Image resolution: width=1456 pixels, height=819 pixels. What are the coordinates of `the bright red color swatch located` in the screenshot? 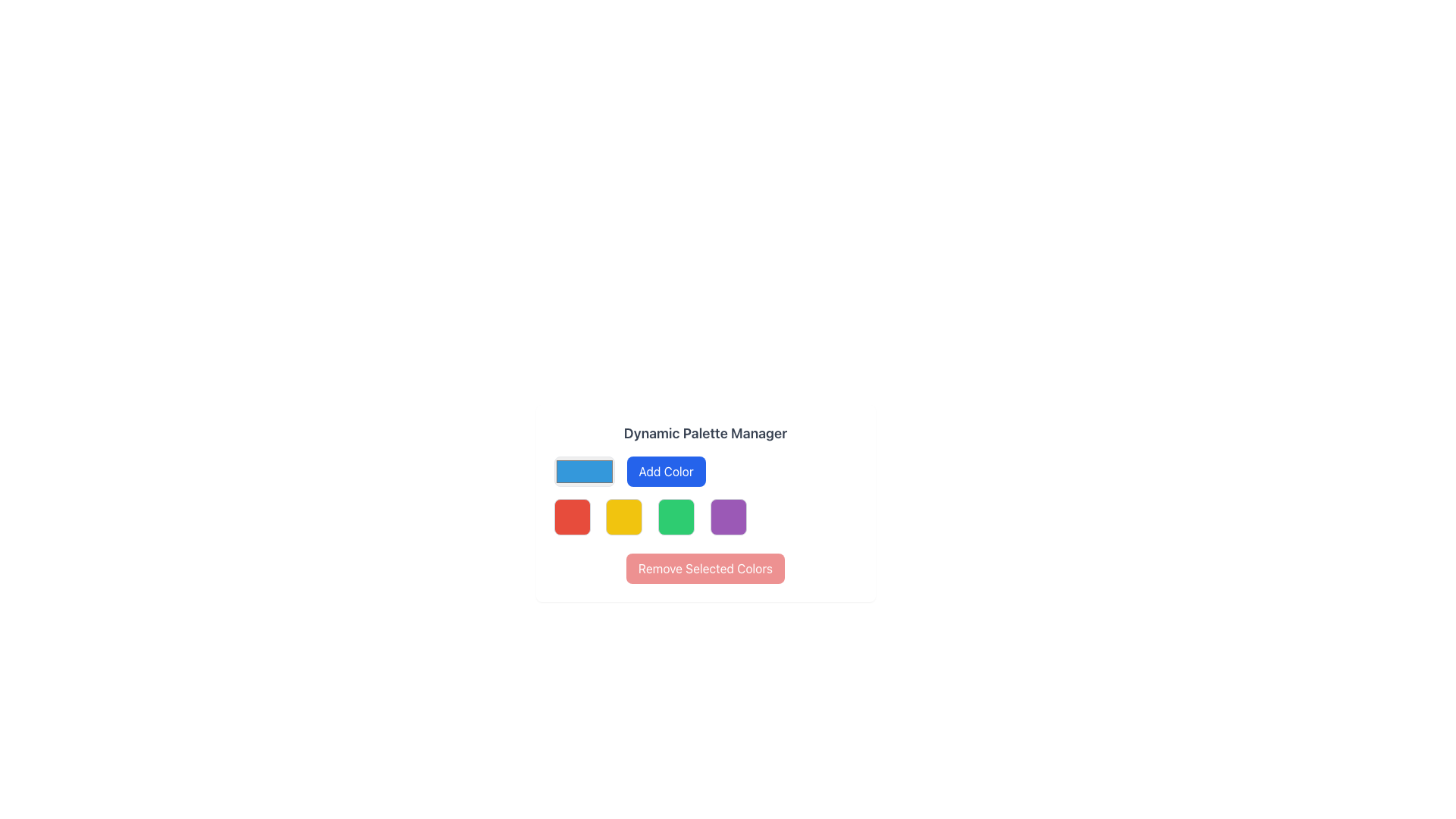 It's located at (571, 516).